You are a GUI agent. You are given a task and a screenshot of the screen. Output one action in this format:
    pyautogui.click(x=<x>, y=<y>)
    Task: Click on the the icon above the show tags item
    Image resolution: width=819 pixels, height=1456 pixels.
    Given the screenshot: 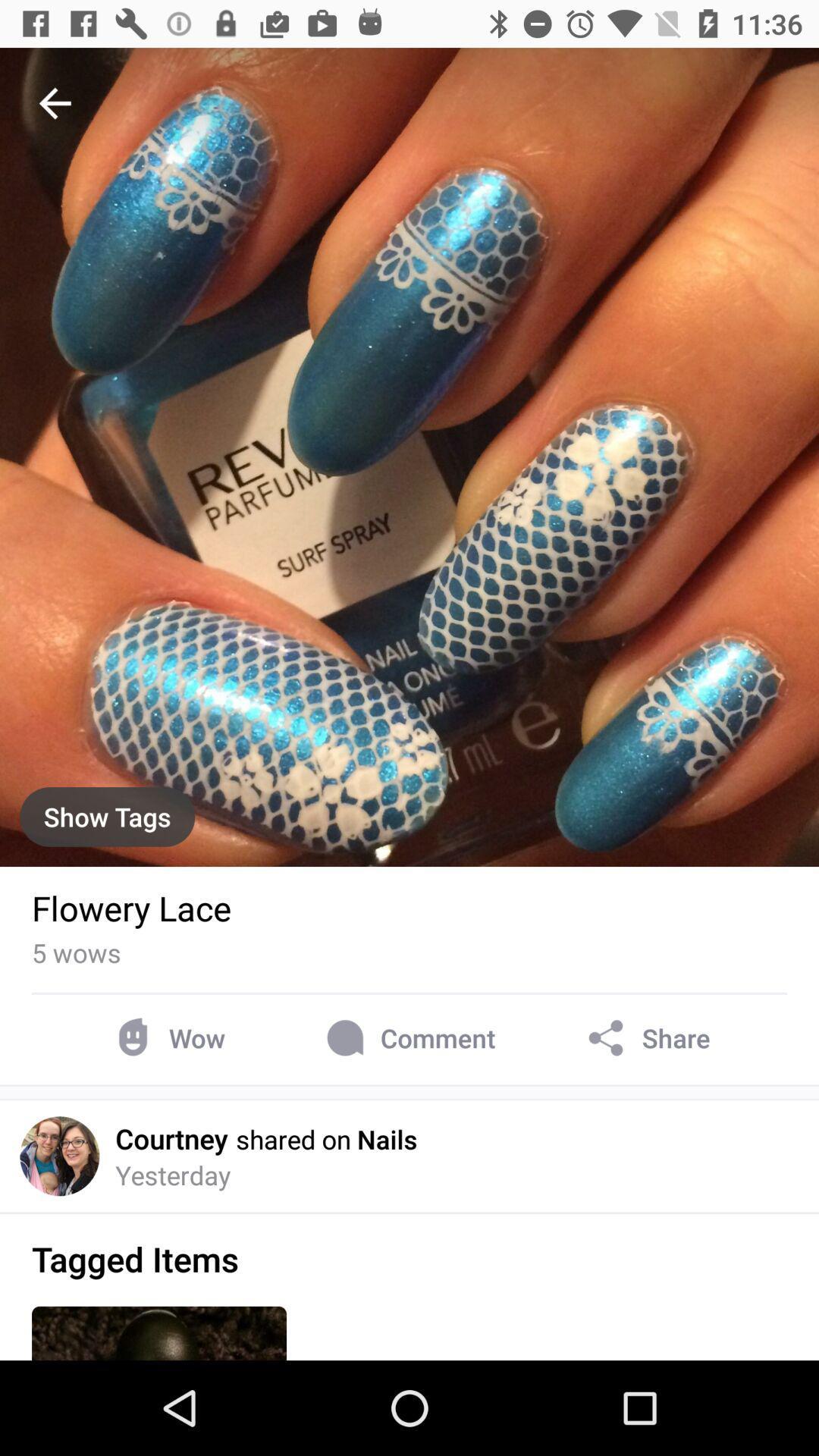 What is the action you would take?
    pyautogui.click(x=55, y=102)
    